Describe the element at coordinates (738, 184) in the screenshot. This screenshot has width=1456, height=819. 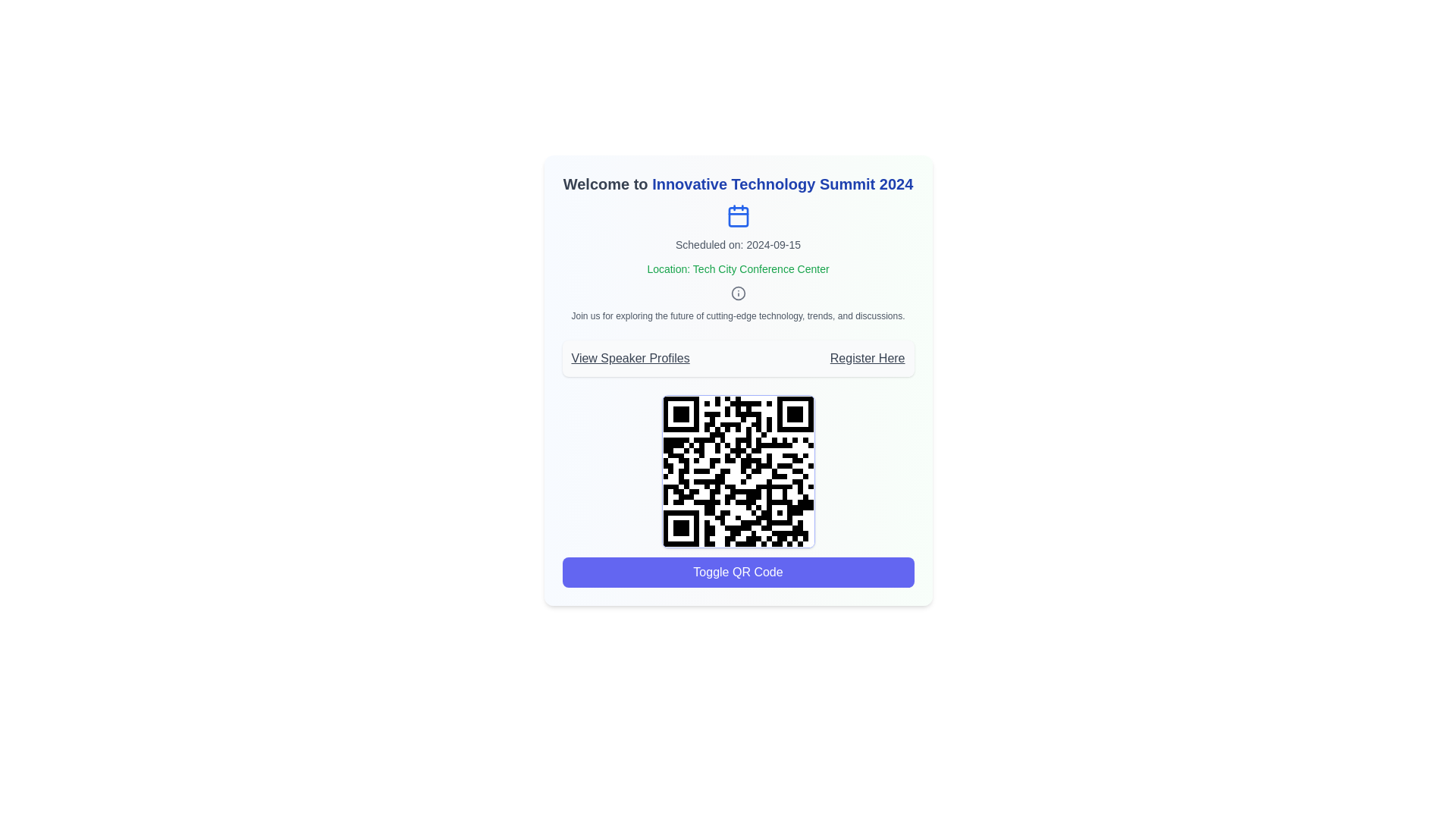
I see `the bold, large-sized header text reading 'Welcome to Innovative Technology Summit 2024', which is styled in blue and black and located at the top of the informational widget` at that location.